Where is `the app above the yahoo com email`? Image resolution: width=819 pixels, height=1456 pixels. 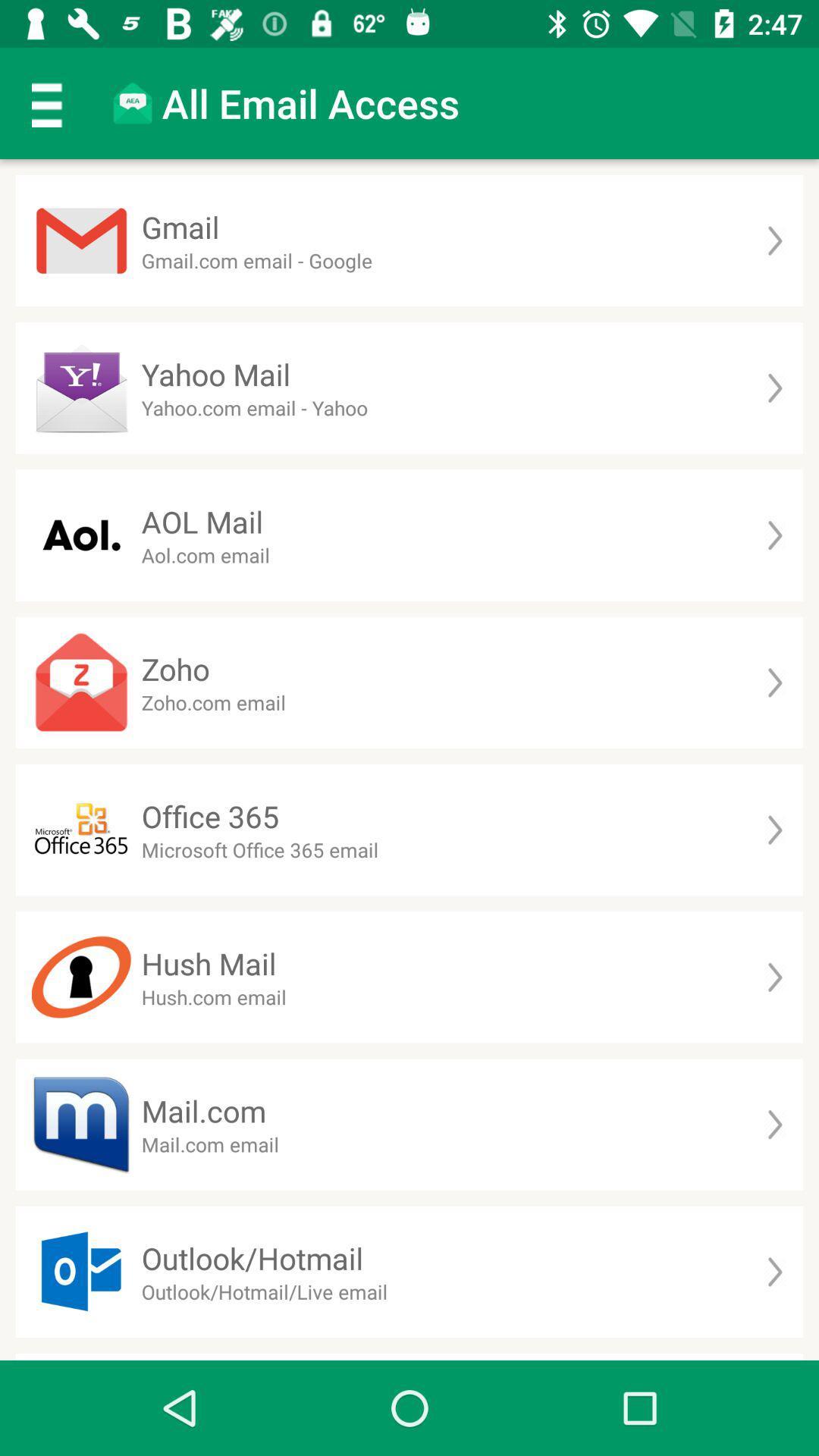
the app above the yahoo com email is located at coordinates (216, 374).